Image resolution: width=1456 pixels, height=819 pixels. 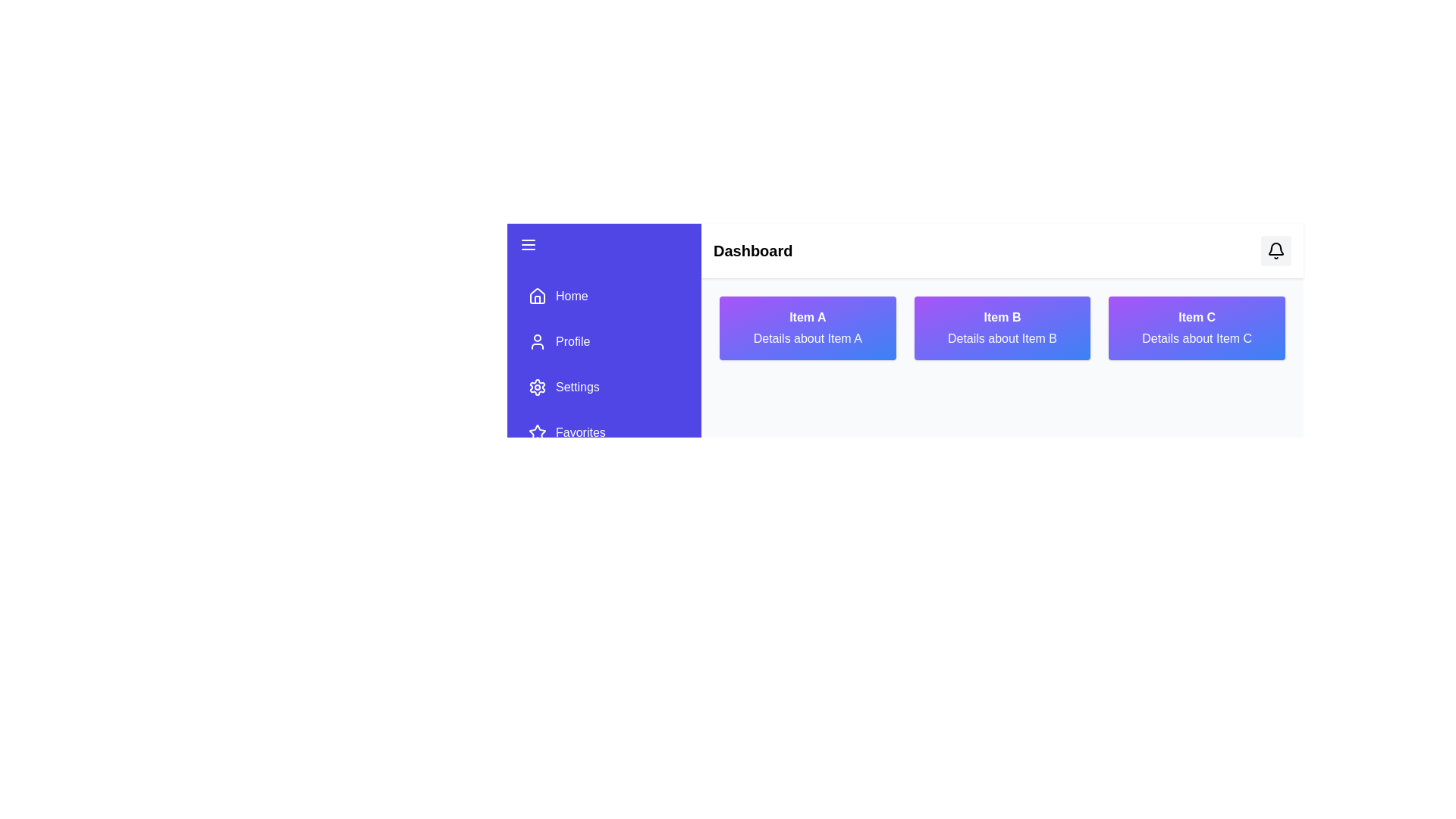 I want to click on the static text label providing additional details for 'Item C' to read the text, so click(x=1196, y=338).